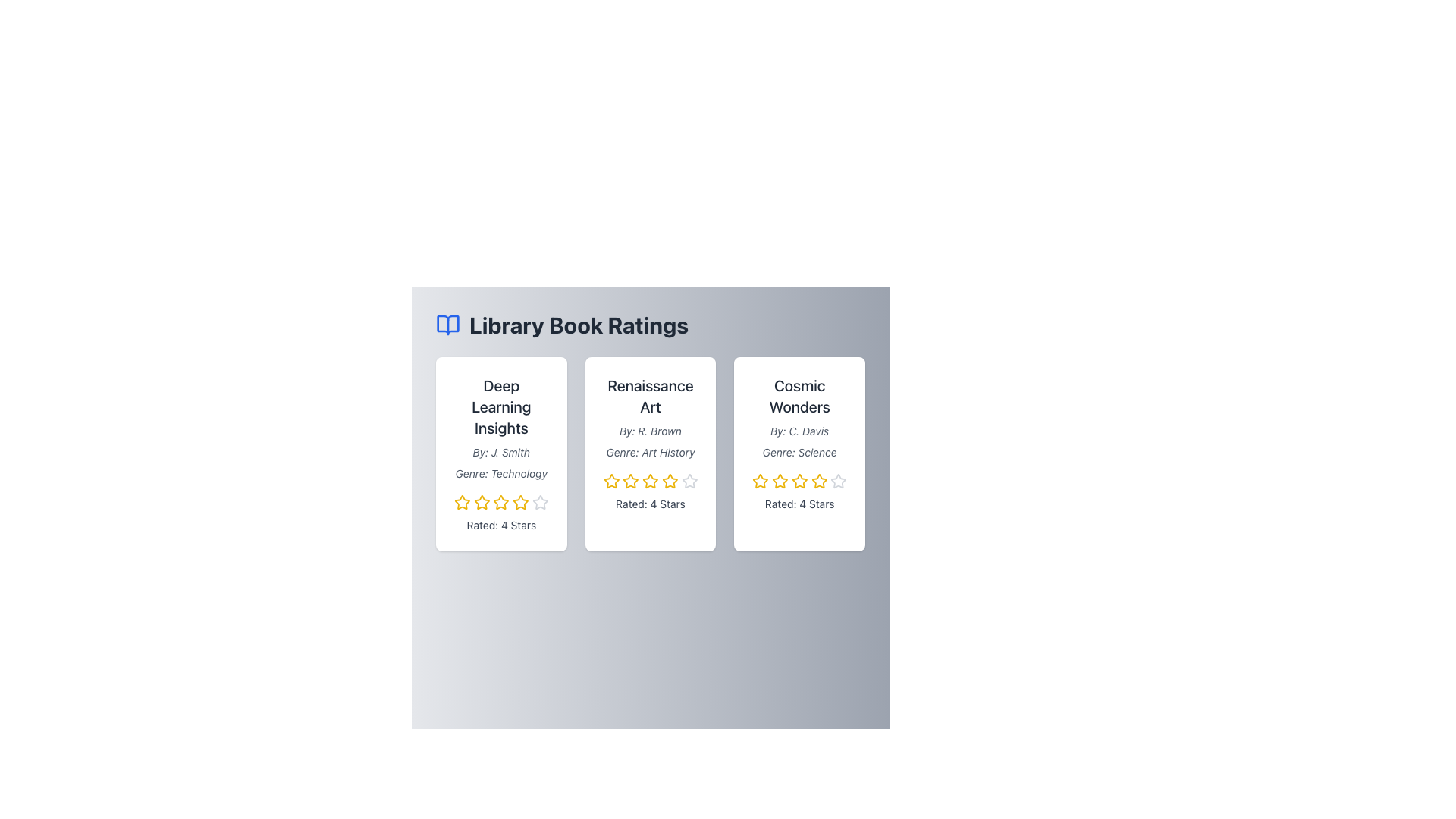 This screenshot has height=819, width=1456. What do you see at coordinates (461, 503) in the screenshot?
I see `the first yellow star-shaped rating icon in the rating row for 'Deep Learning Insights'` at bounding box center [461, 503].